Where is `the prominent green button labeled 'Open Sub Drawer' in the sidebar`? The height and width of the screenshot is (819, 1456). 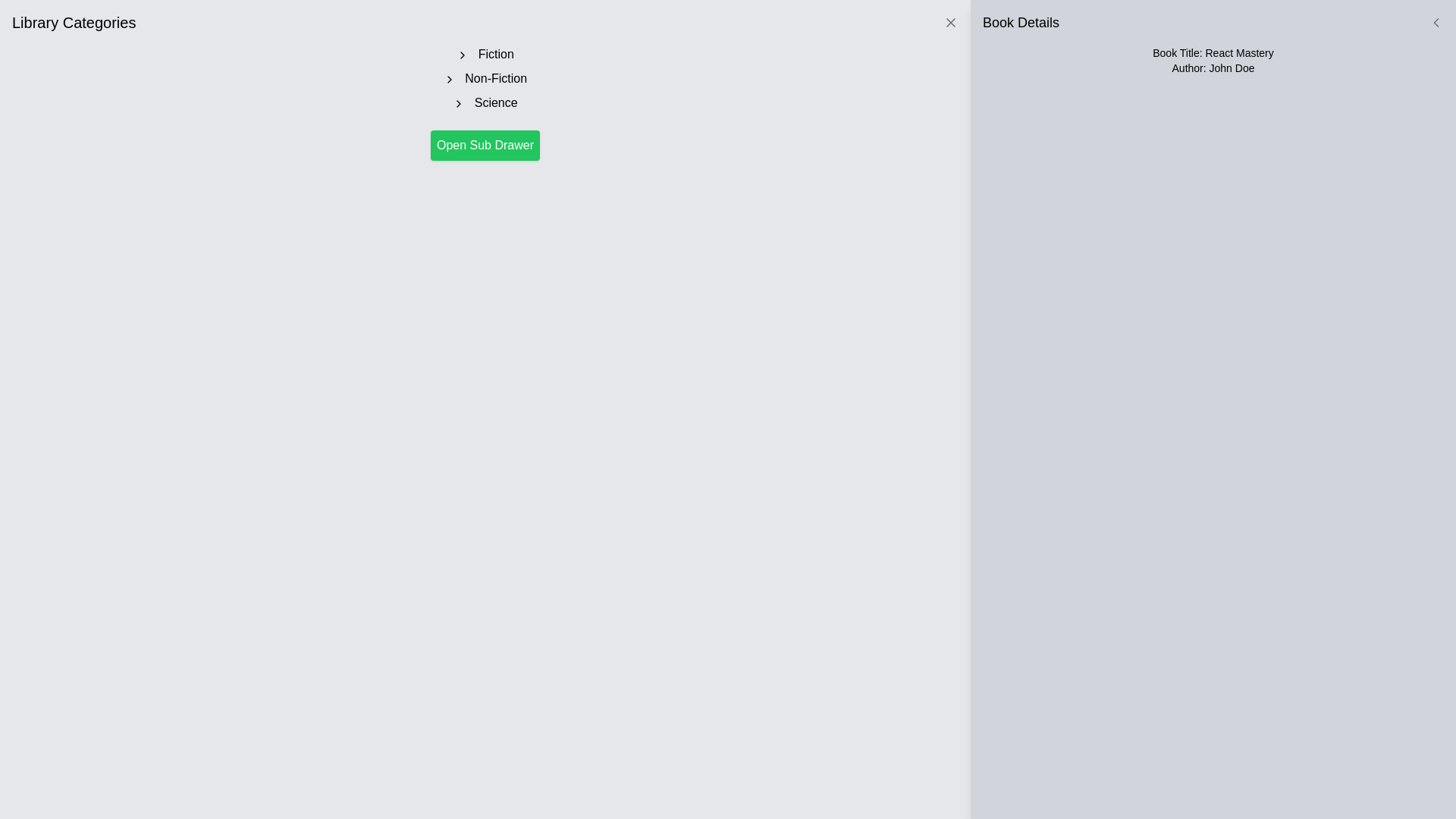
the prominent green button labeled 'Open Sub Drawer' in the sidebar is located at coordinates (484, 146).